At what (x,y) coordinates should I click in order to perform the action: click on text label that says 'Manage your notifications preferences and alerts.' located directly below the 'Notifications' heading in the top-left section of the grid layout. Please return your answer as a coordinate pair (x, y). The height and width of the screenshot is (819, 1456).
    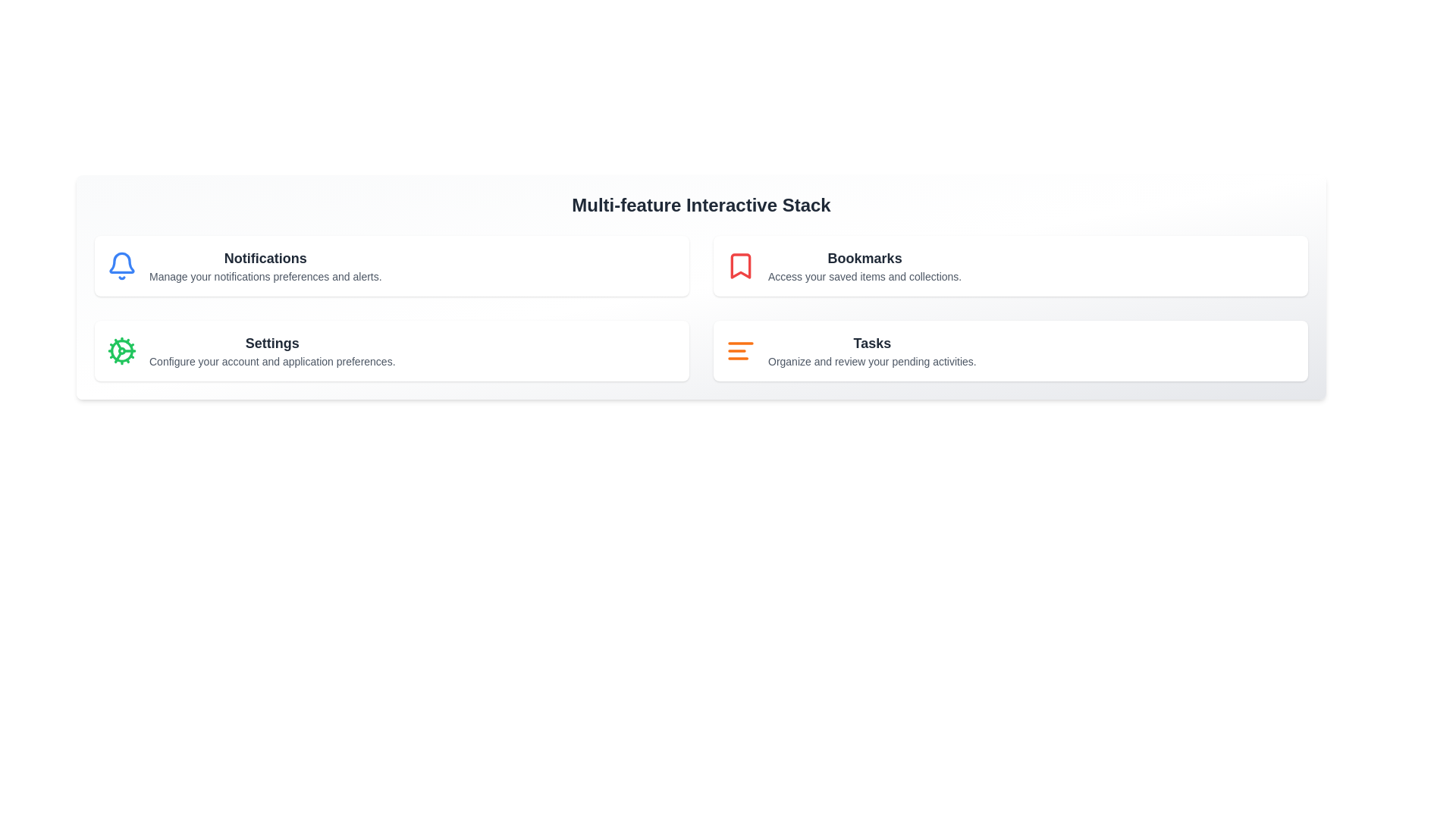
    Looking at the image, I should click on (265, 277).